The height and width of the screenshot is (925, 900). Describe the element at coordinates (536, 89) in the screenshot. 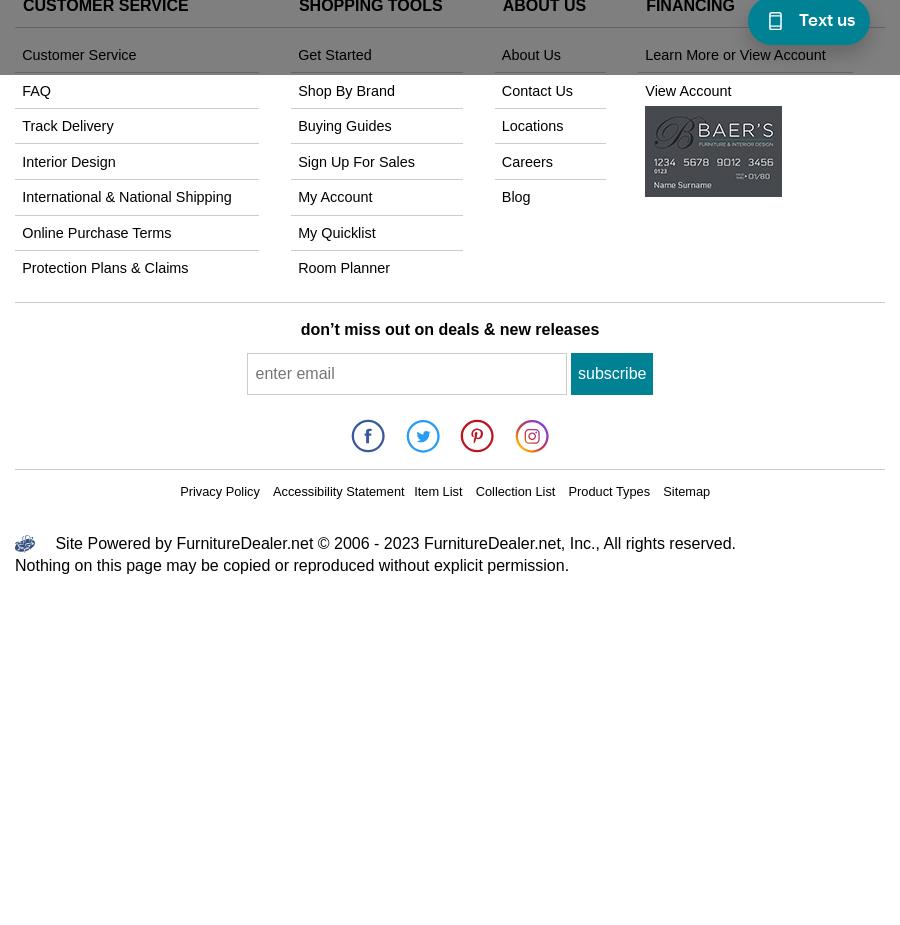

I see `'Contact Us'` at that location.